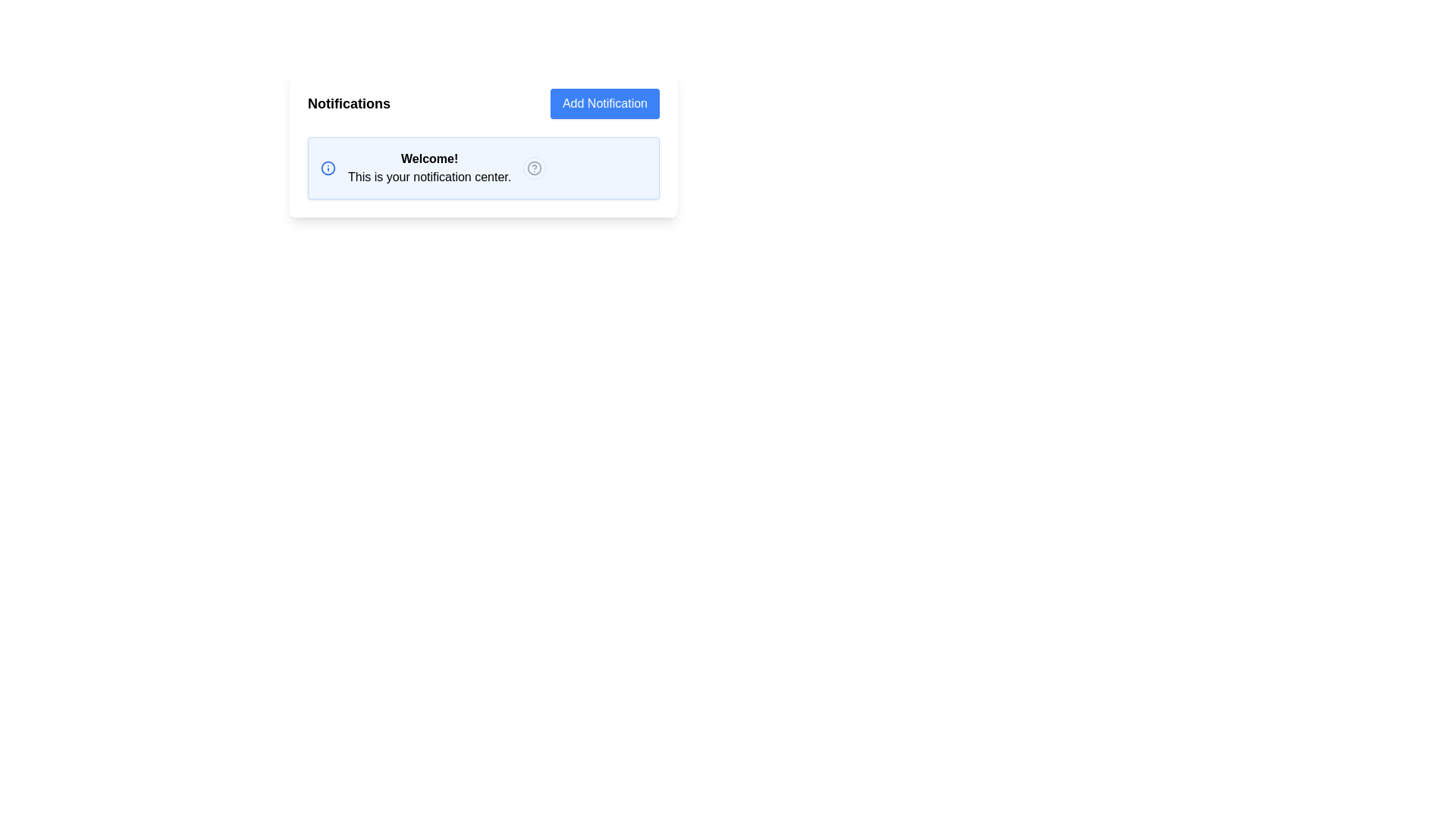 Image resolution: width=1456 pixels, height=819 pixels. I want to click on the contextual help icon located in the top-right corner of the notification box to observe a style change, so click(535, 168).